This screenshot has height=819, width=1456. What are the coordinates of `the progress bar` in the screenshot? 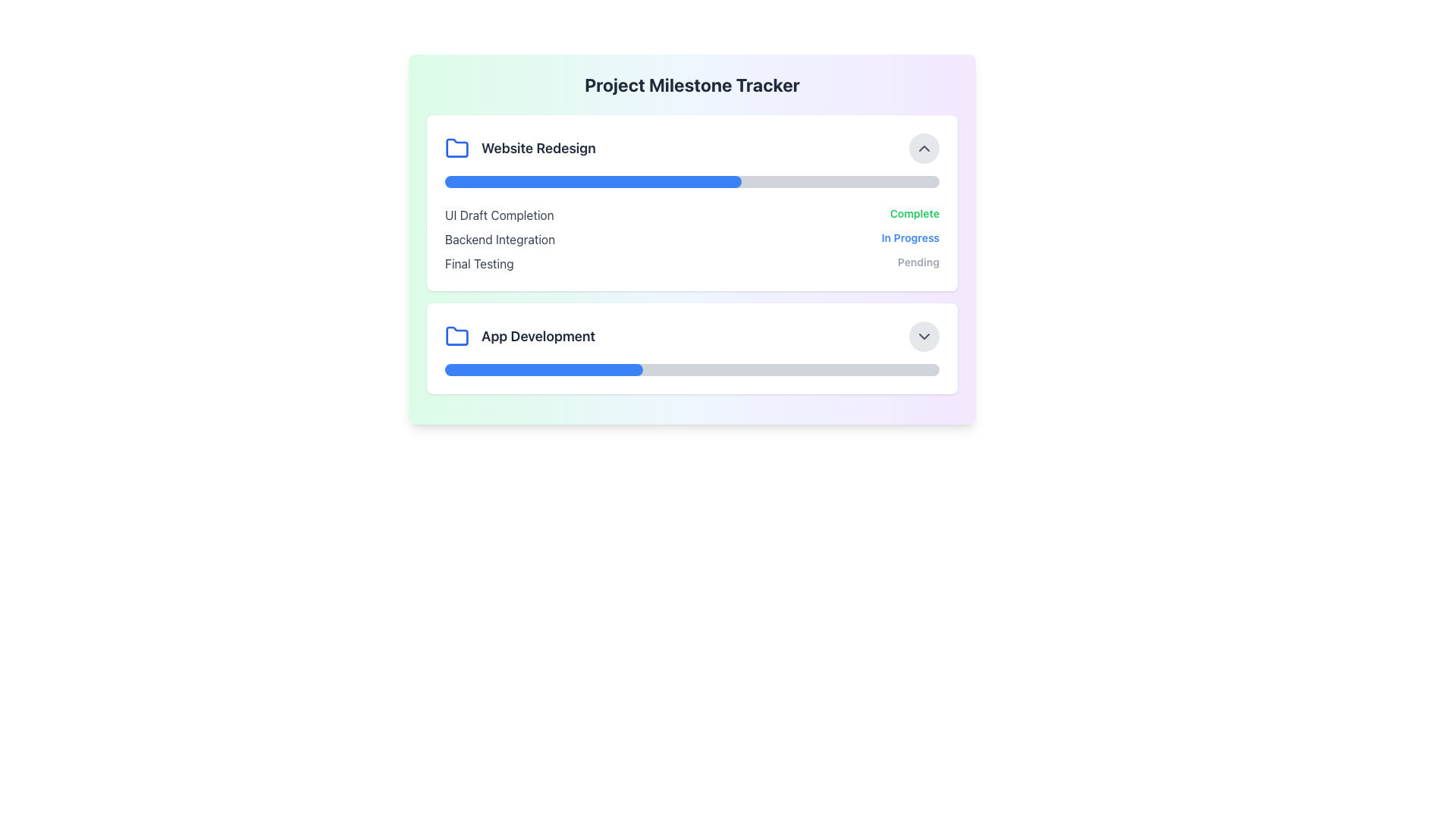 It's located at (667, 180).